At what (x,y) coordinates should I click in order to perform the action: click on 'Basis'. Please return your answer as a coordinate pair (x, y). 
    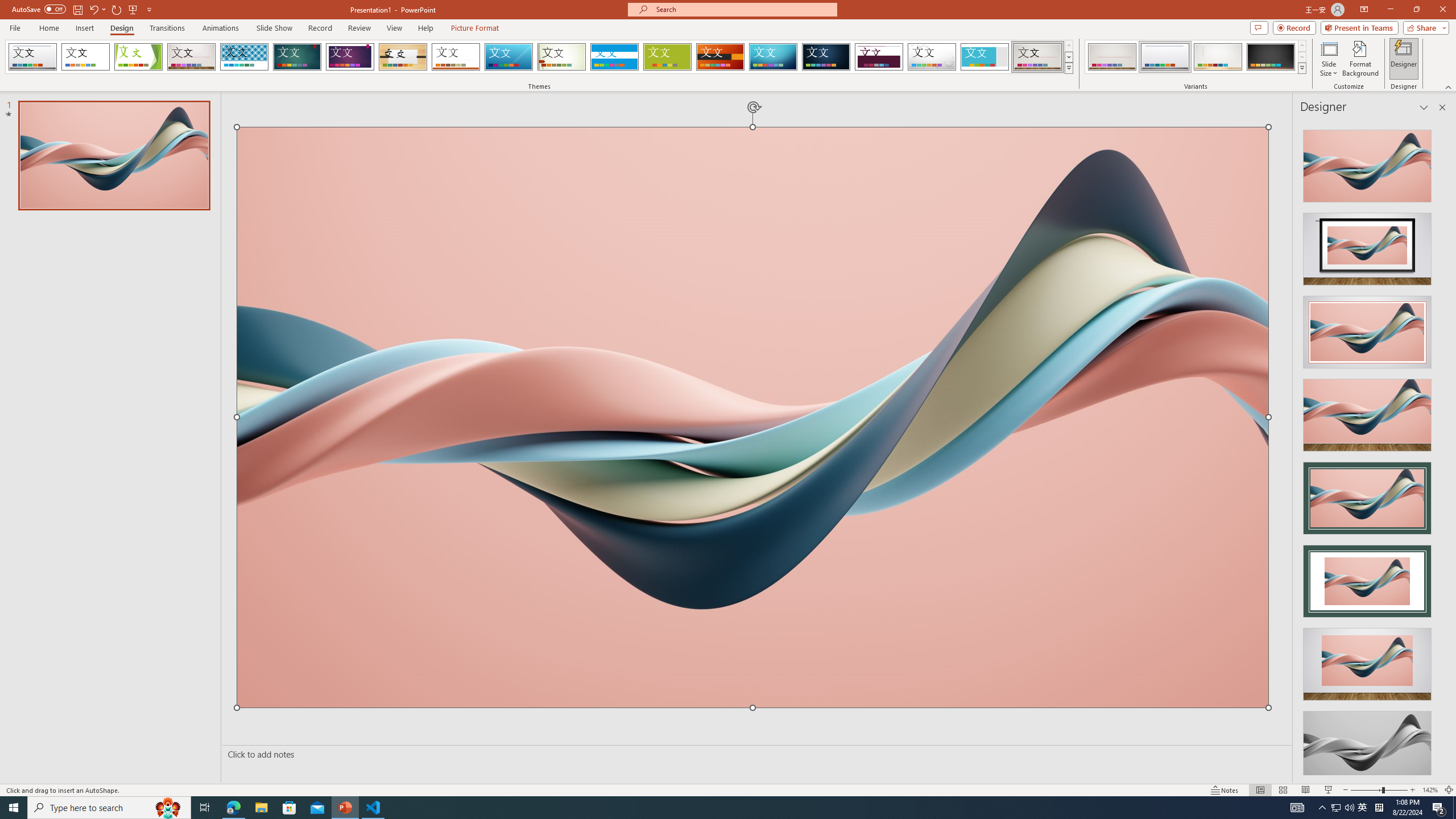
    Looking at the image, I should click on (667, 56).